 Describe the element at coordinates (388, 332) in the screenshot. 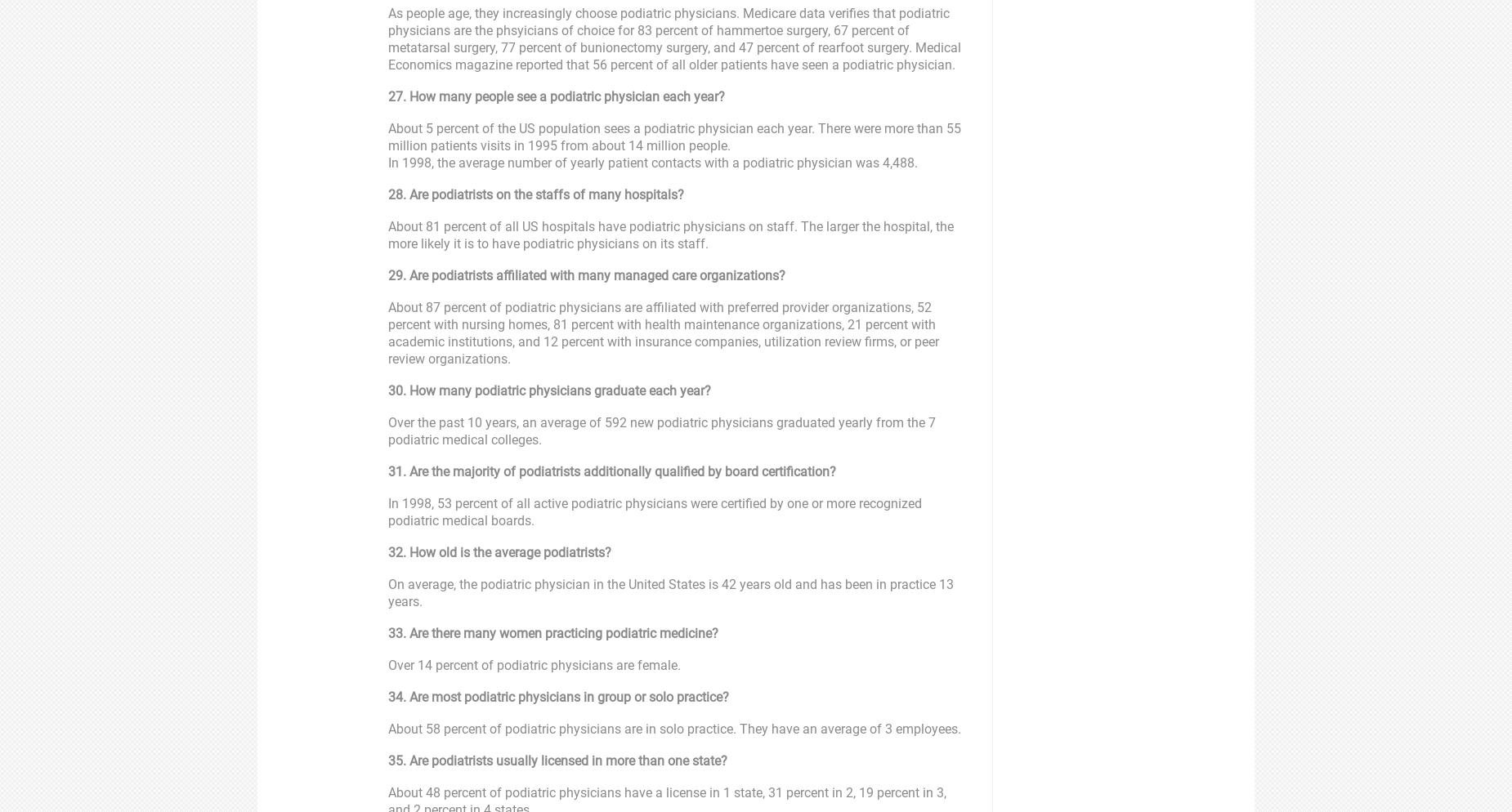

I see `'About 87 percent of podiatric physicians are affiliated with preferred provider organizations, 52 percent with nursing homes, 81 percent with health maintenance organizations, 21 percent with academic institutions, and 12 percent with insurance companies, utilization review firms, or peer review organizations.'` at that location.